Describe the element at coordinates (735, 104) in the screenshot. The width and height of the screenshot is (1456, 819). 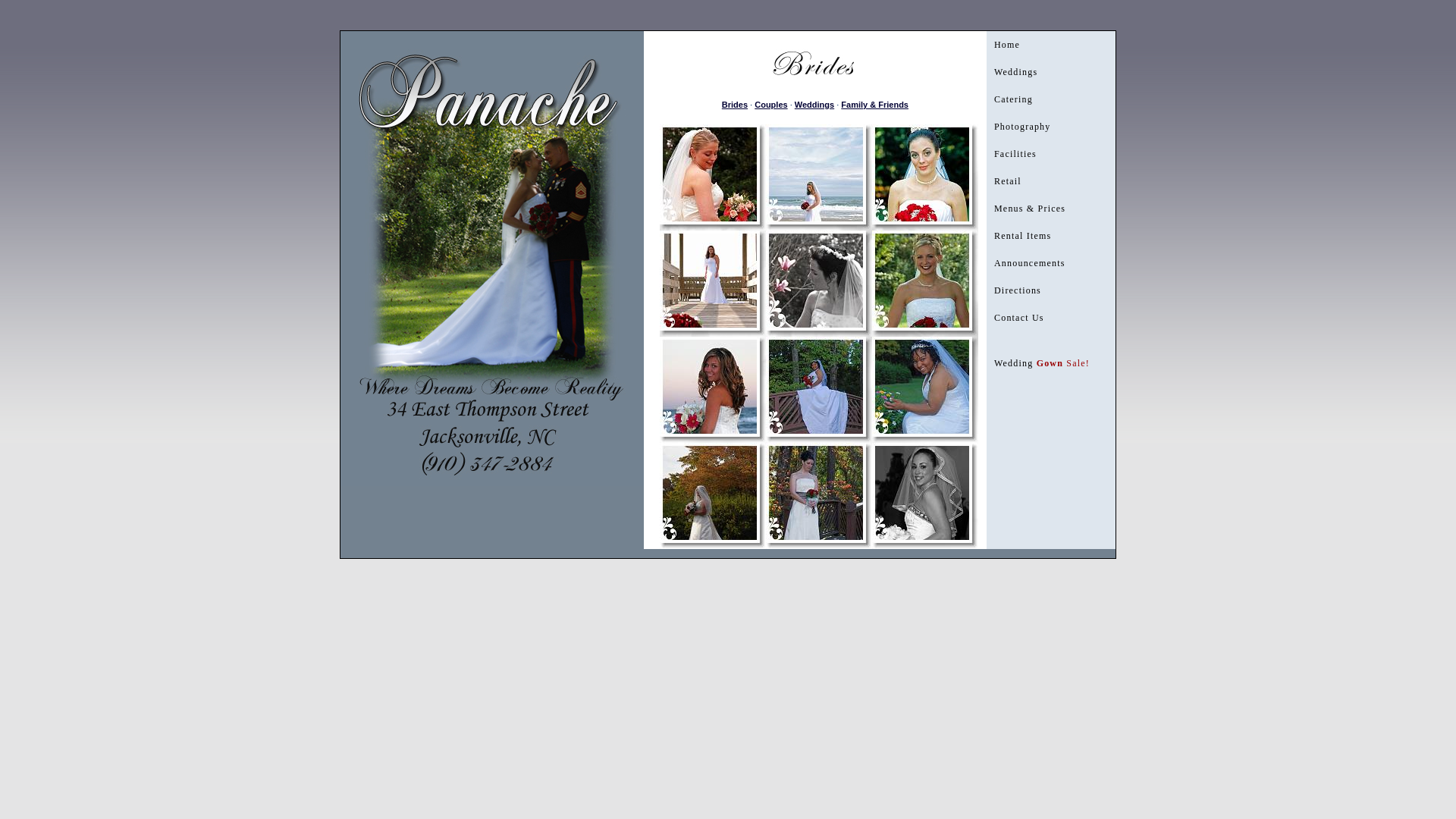
I see `'Brides'` at that location.